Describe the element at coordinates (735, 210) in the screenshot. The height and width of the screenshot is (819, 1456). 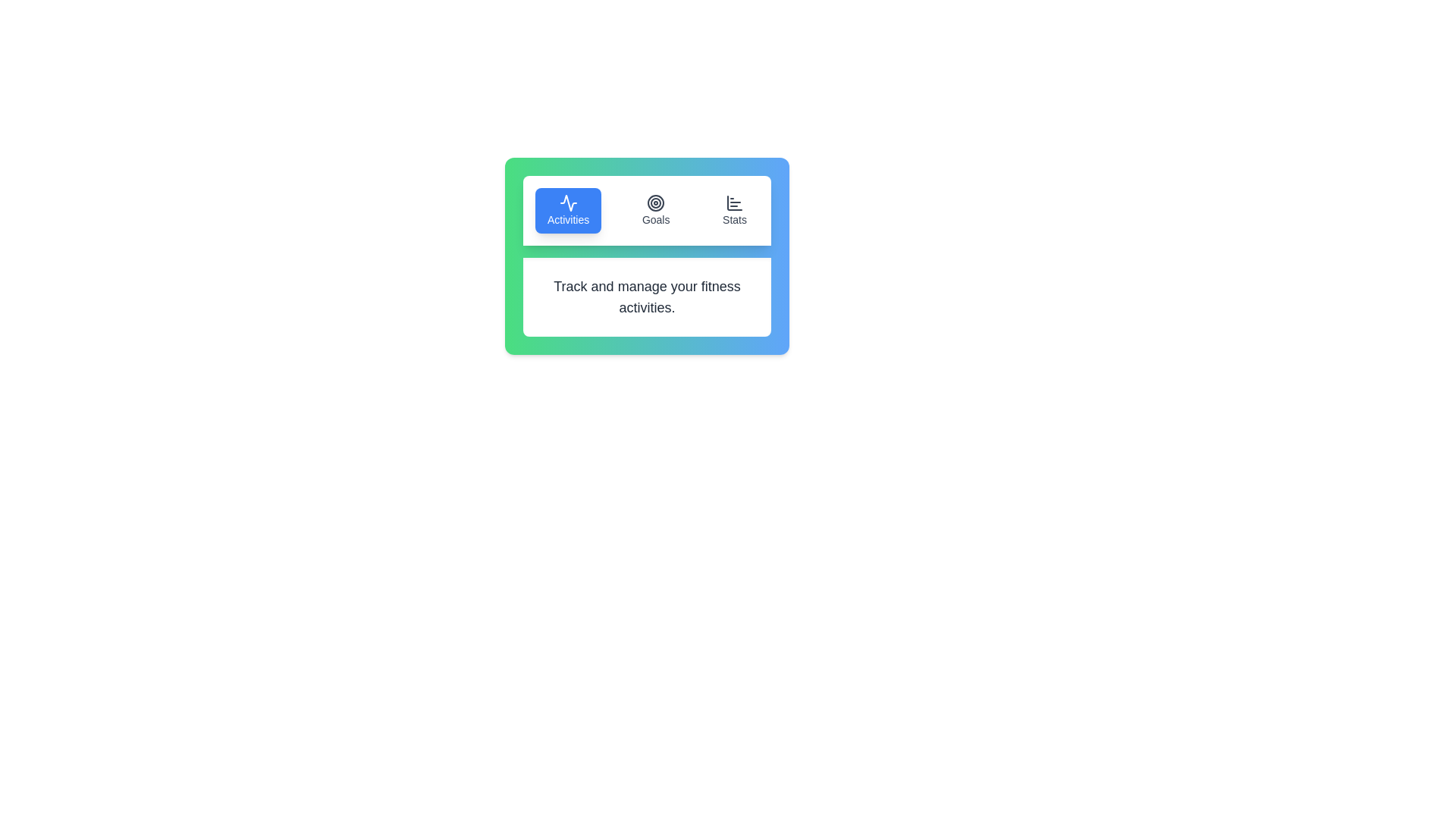
I see `the Stats tab to switch content` at that location.